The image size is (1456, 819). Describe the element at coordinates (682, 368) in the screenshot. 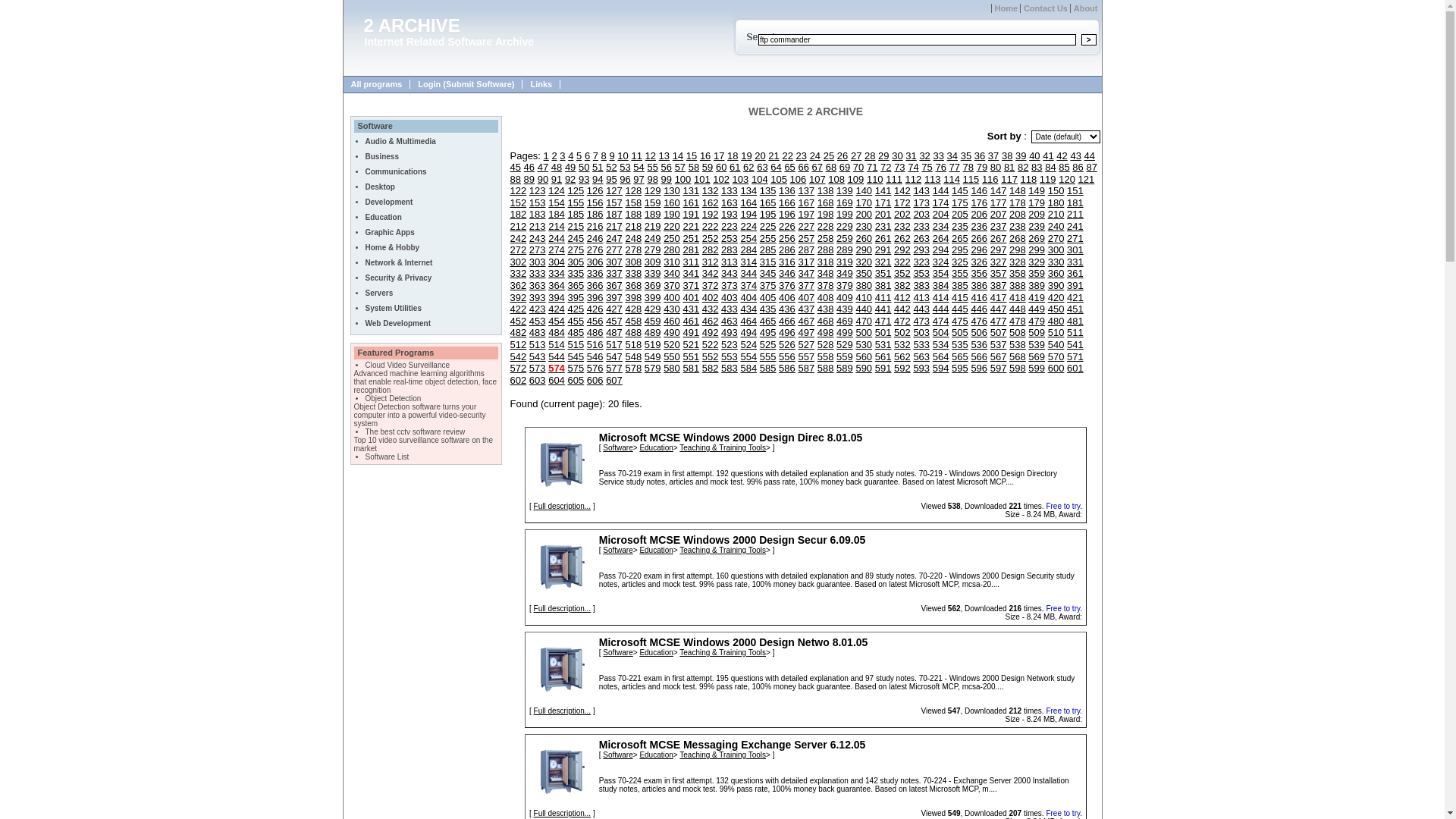

I see `'581'` at that location.